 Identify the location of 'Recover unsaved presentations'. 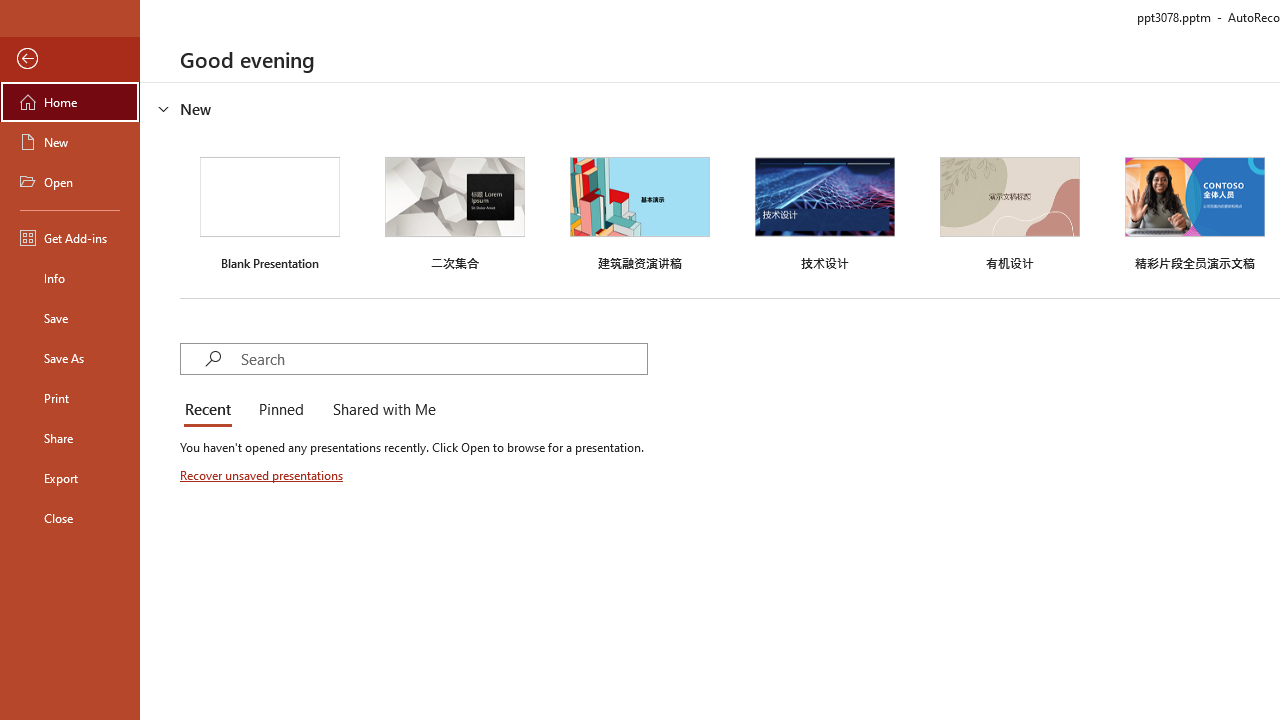
(262, 475).